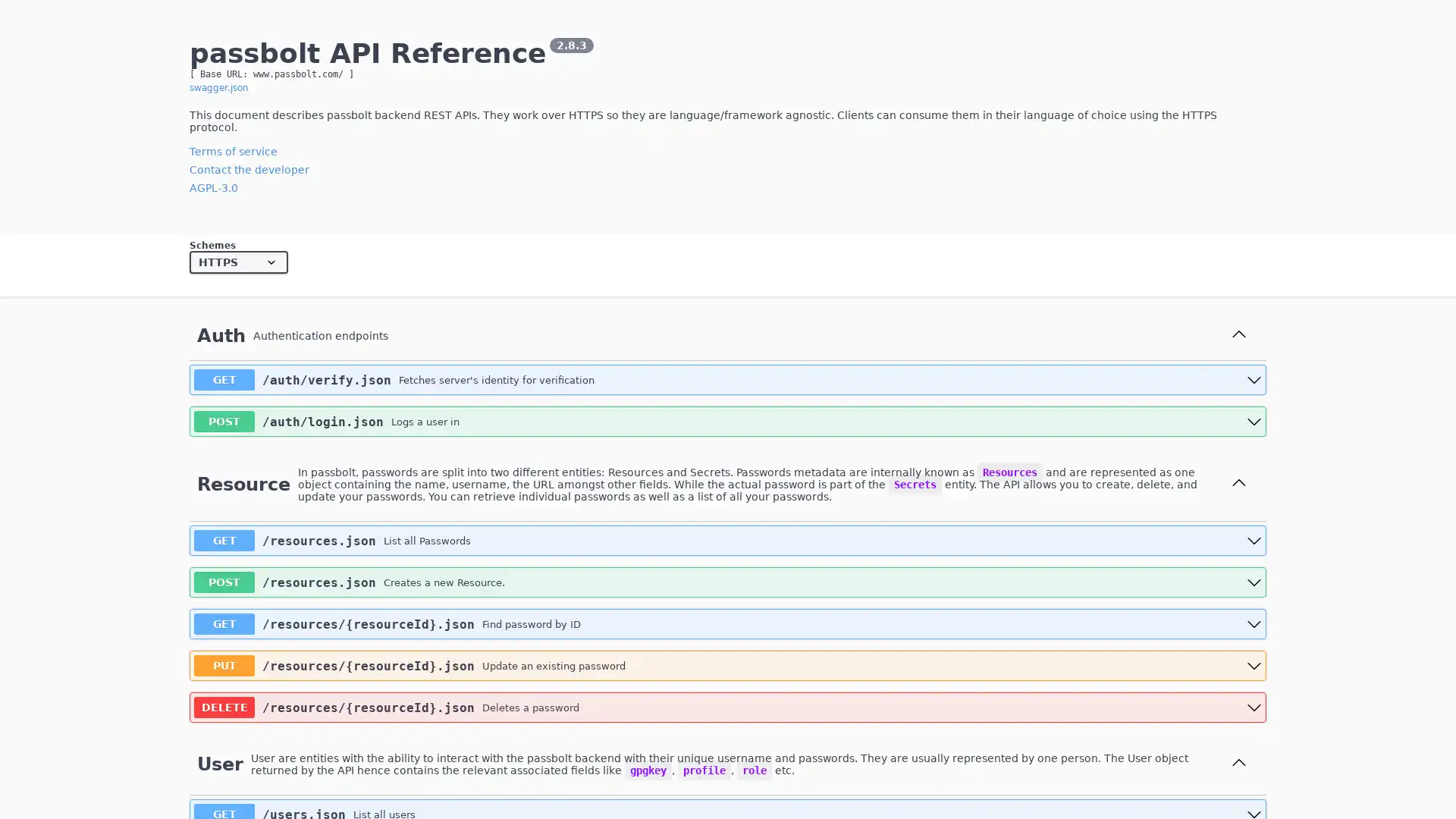 This screenshot has height=819, width=1456. What do you see at coordinates (728, 421) in the screenshot?
I see `post /auth/login.json` at bounding box center [728, 421].